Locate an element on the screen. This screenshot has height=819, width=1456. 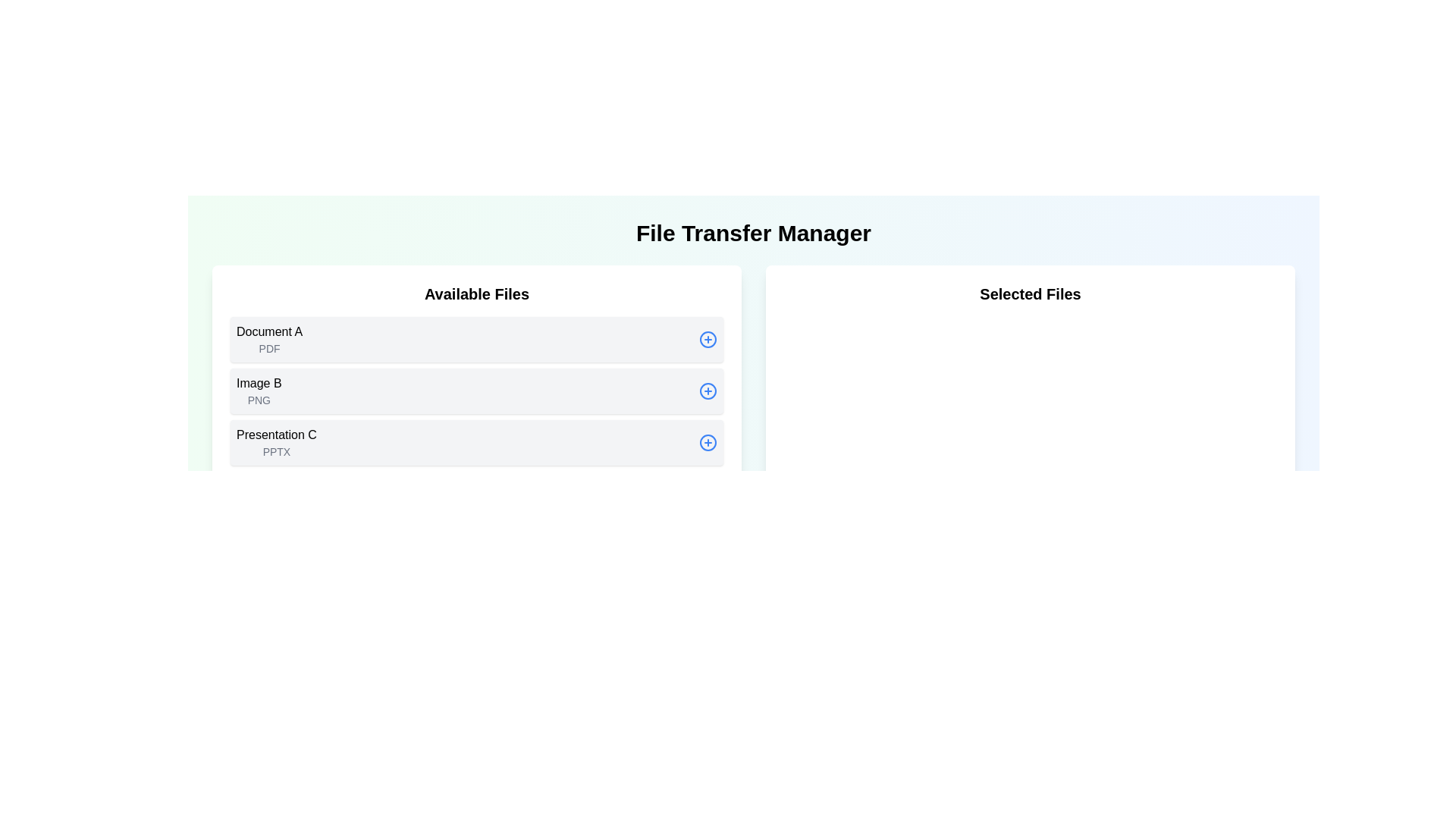
the text label displaying 'PPTX', which is styled in a smaller gray font and located beneath the larger text 'Presentation C' in the third card of the 'Available Files' section is located at coordinates (276, 451).